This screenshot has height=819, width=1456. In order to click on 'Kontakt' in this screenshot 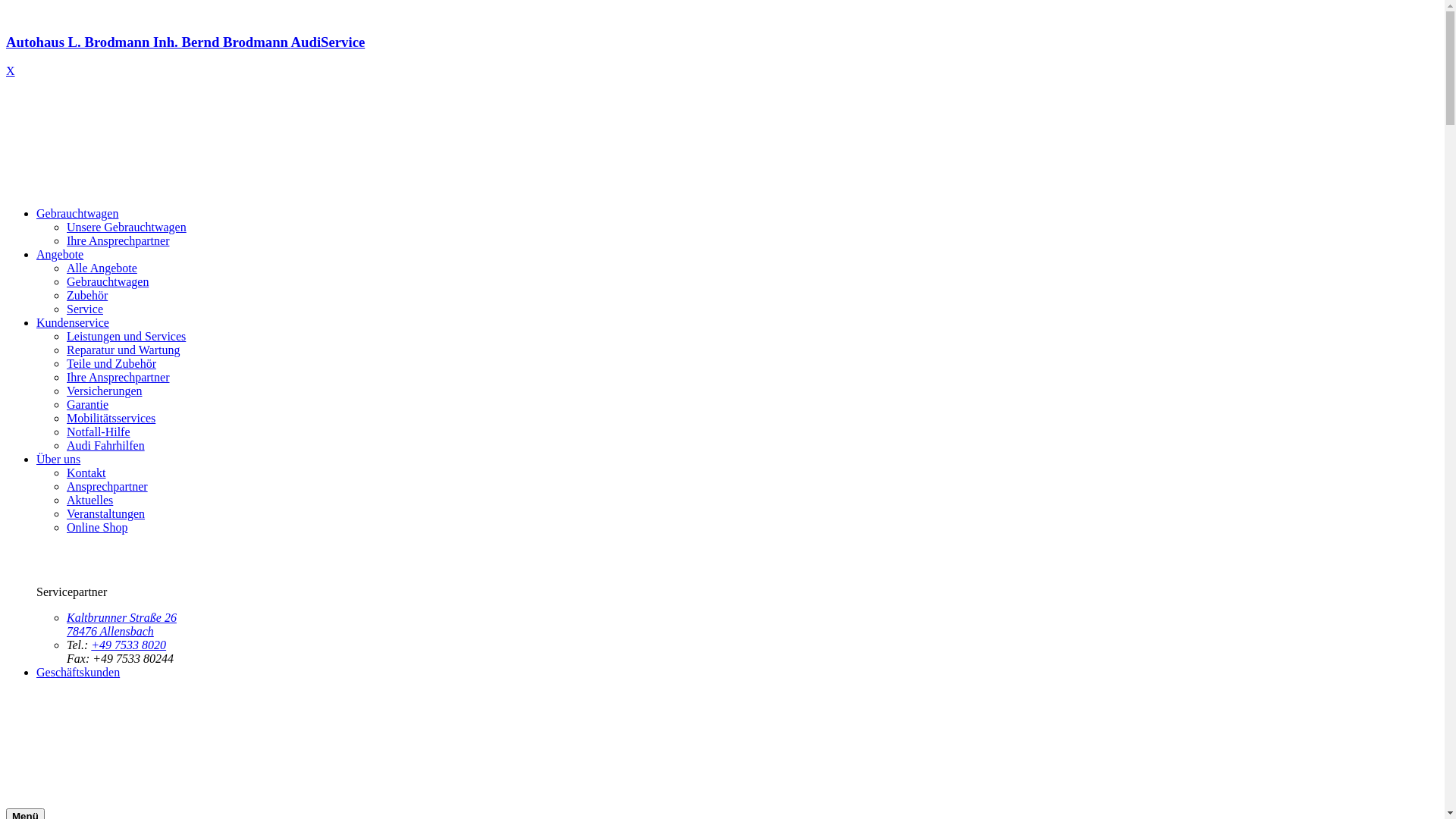, I will do `click(86, 472)`.